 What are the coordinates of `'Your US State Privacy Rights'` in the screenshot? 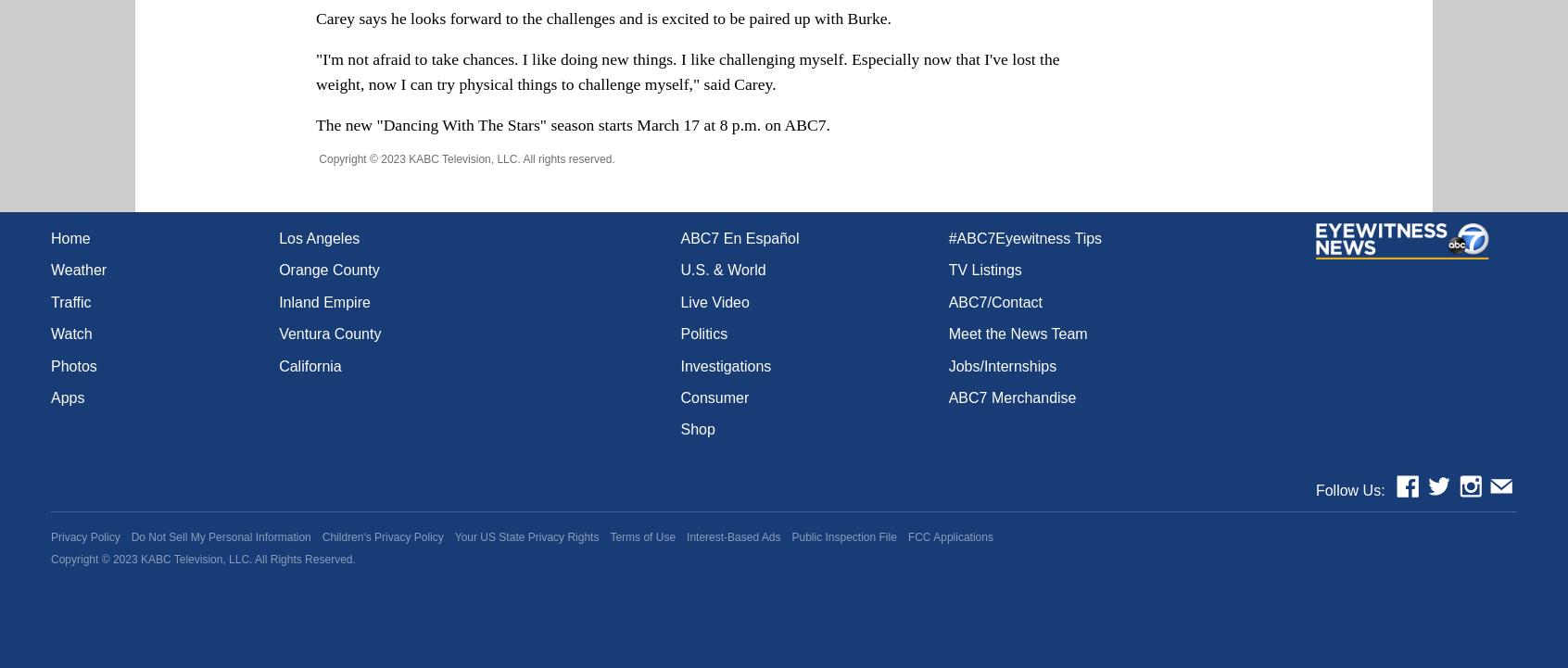 It's located at (525, 536).